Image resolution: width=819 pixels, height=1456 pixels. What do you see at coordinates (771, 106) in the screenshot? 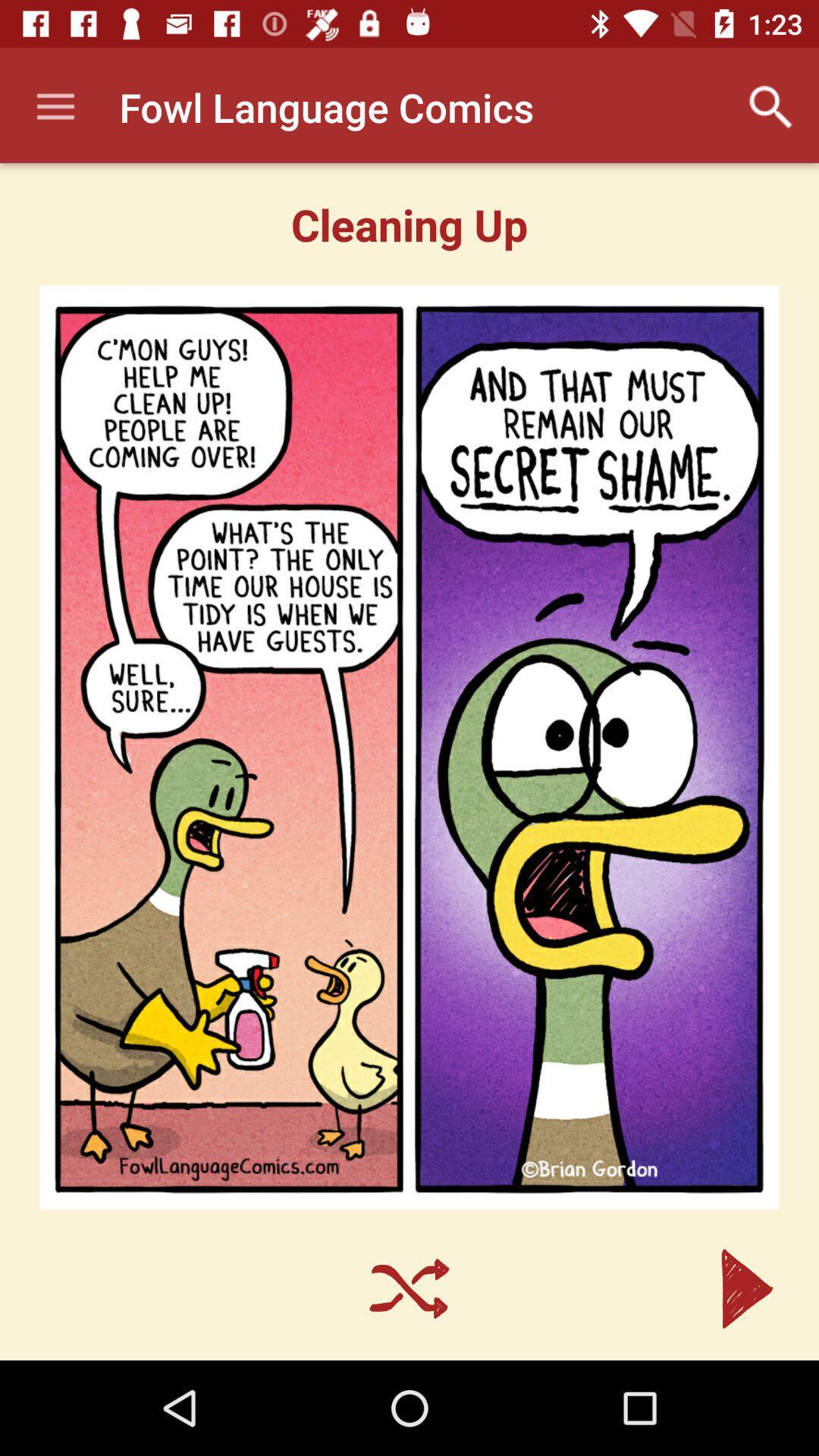
I see `the item to the right of the fowl language comics icon` at bounding box center [771, 106].